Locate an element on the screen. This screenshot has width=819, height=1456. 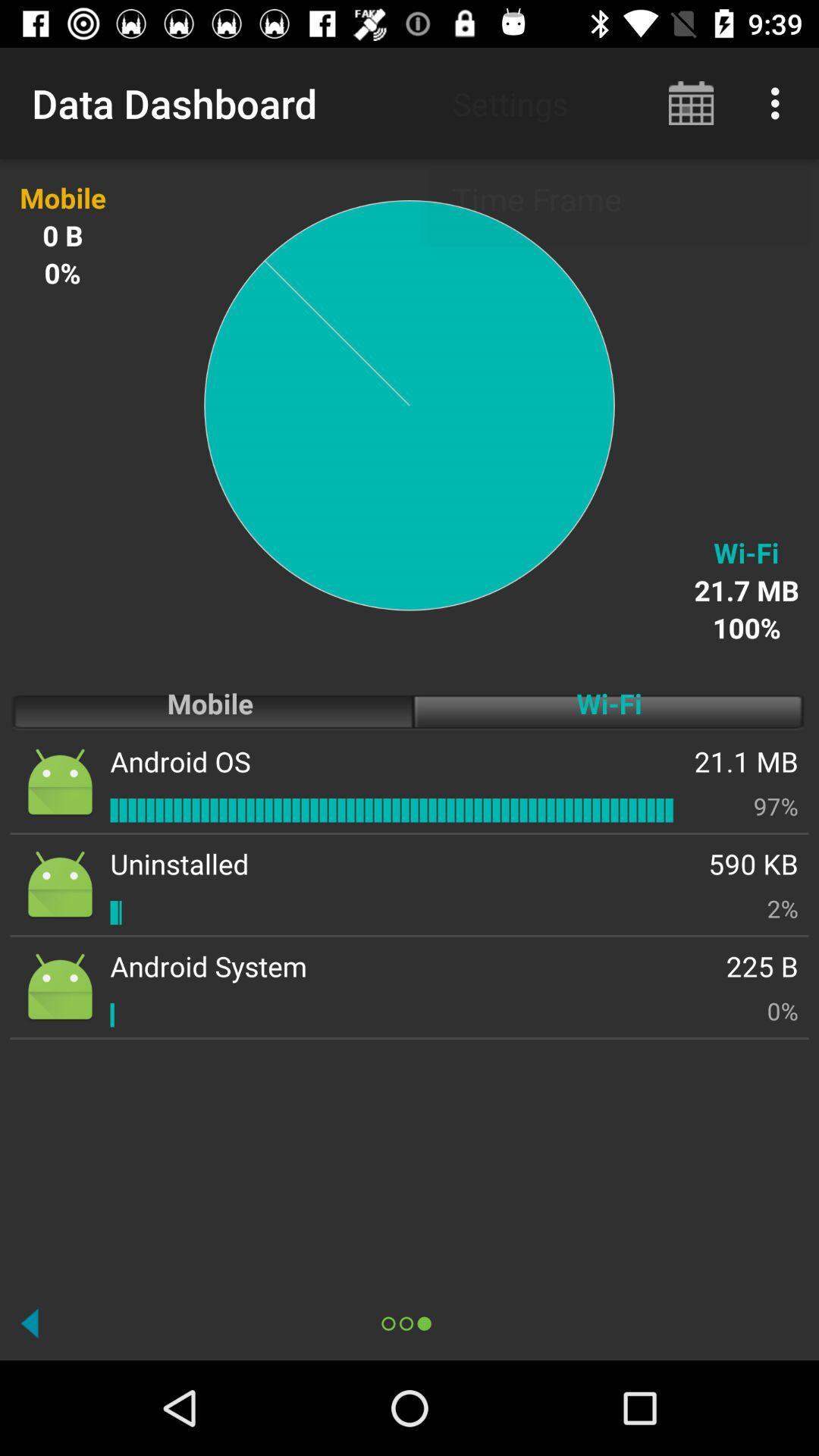
icon below the mobile is located at coordinates (180, 761).